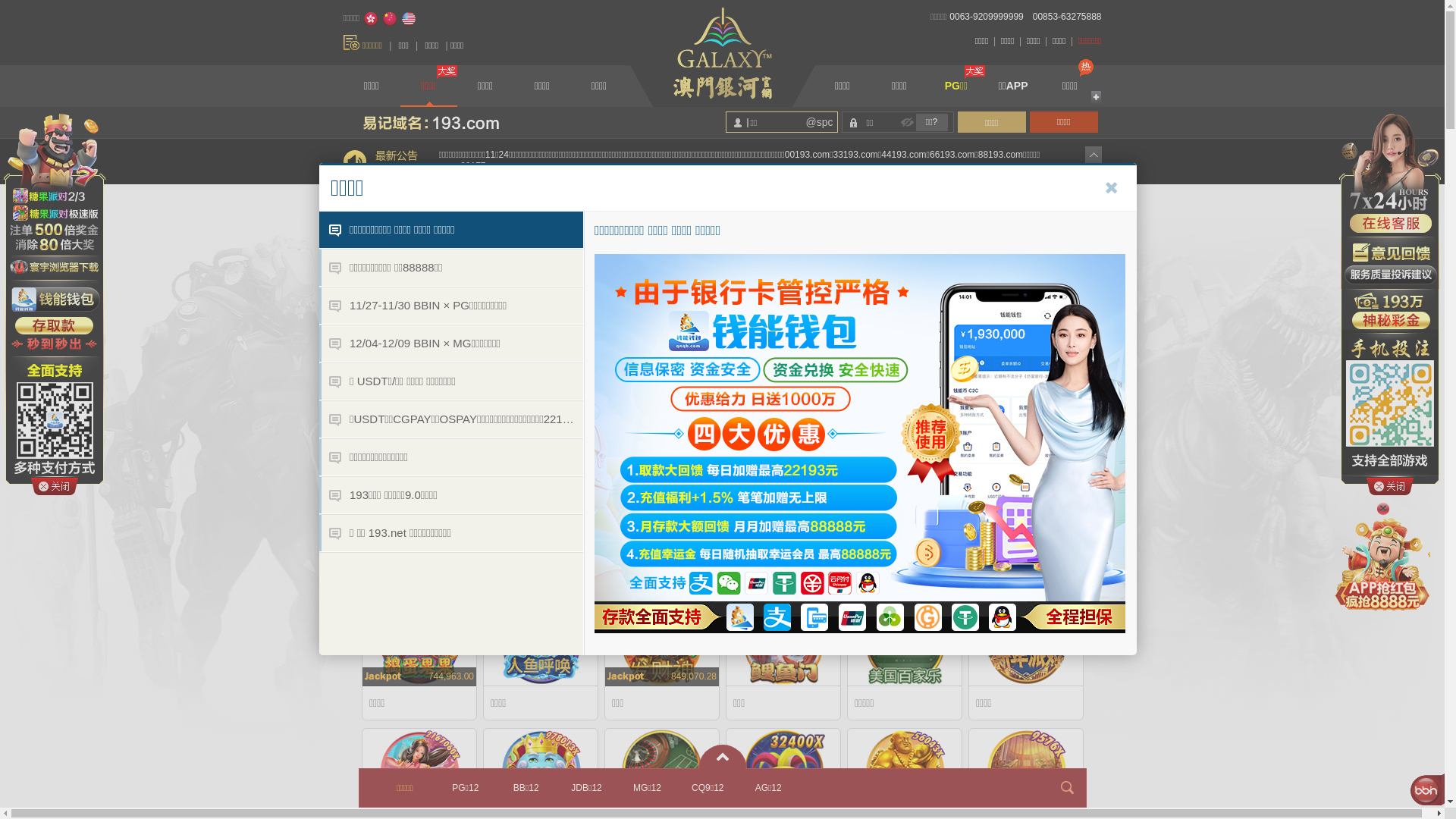 The image size is (1456, 819). What do you see at coordinates (408, 18) in the screenshot?
I see `'English'` at bounding box center [408, 18].